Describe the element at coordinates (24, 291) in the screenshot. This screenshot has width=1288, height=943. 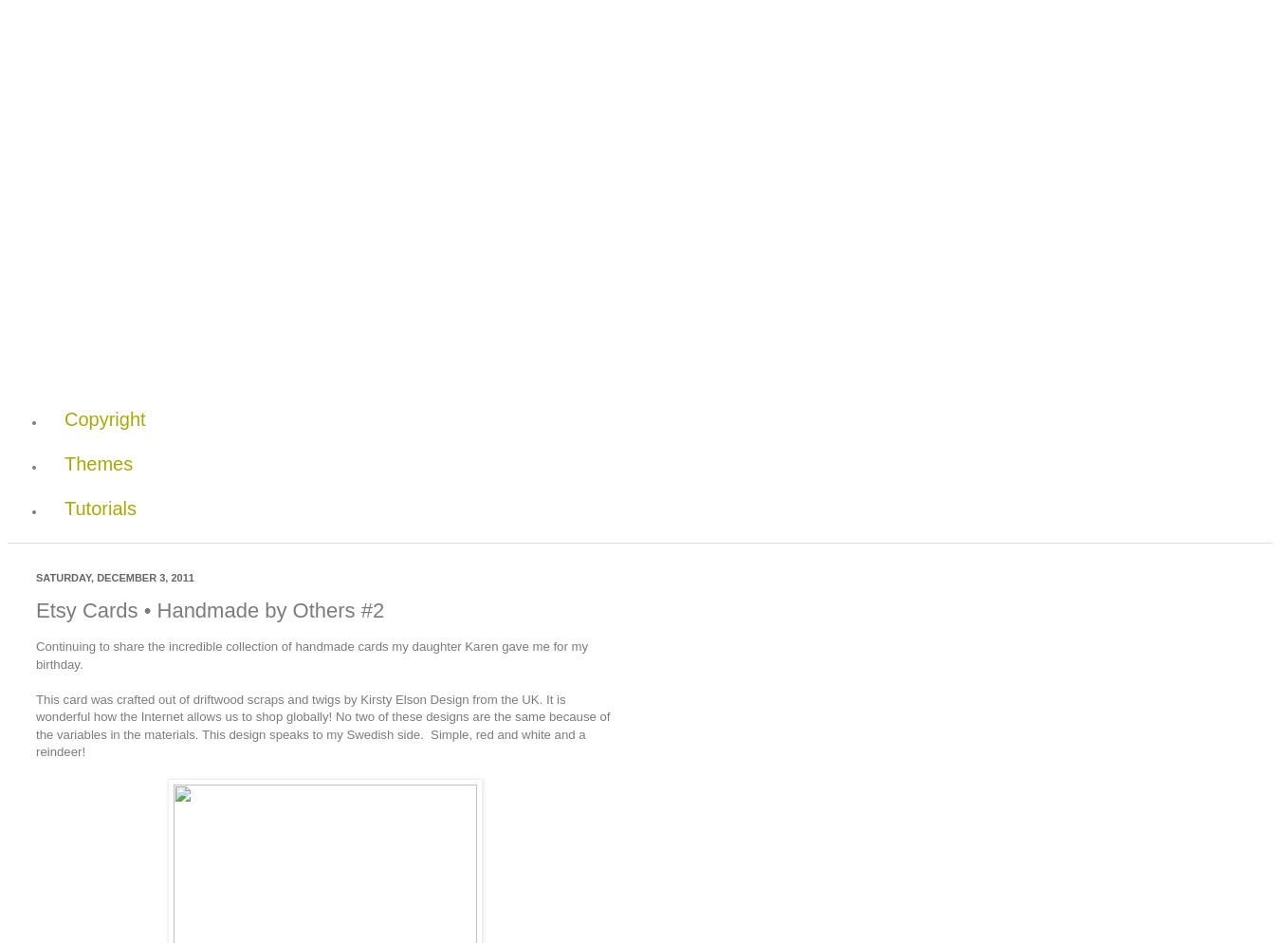
I see `'Pages'` at that location.